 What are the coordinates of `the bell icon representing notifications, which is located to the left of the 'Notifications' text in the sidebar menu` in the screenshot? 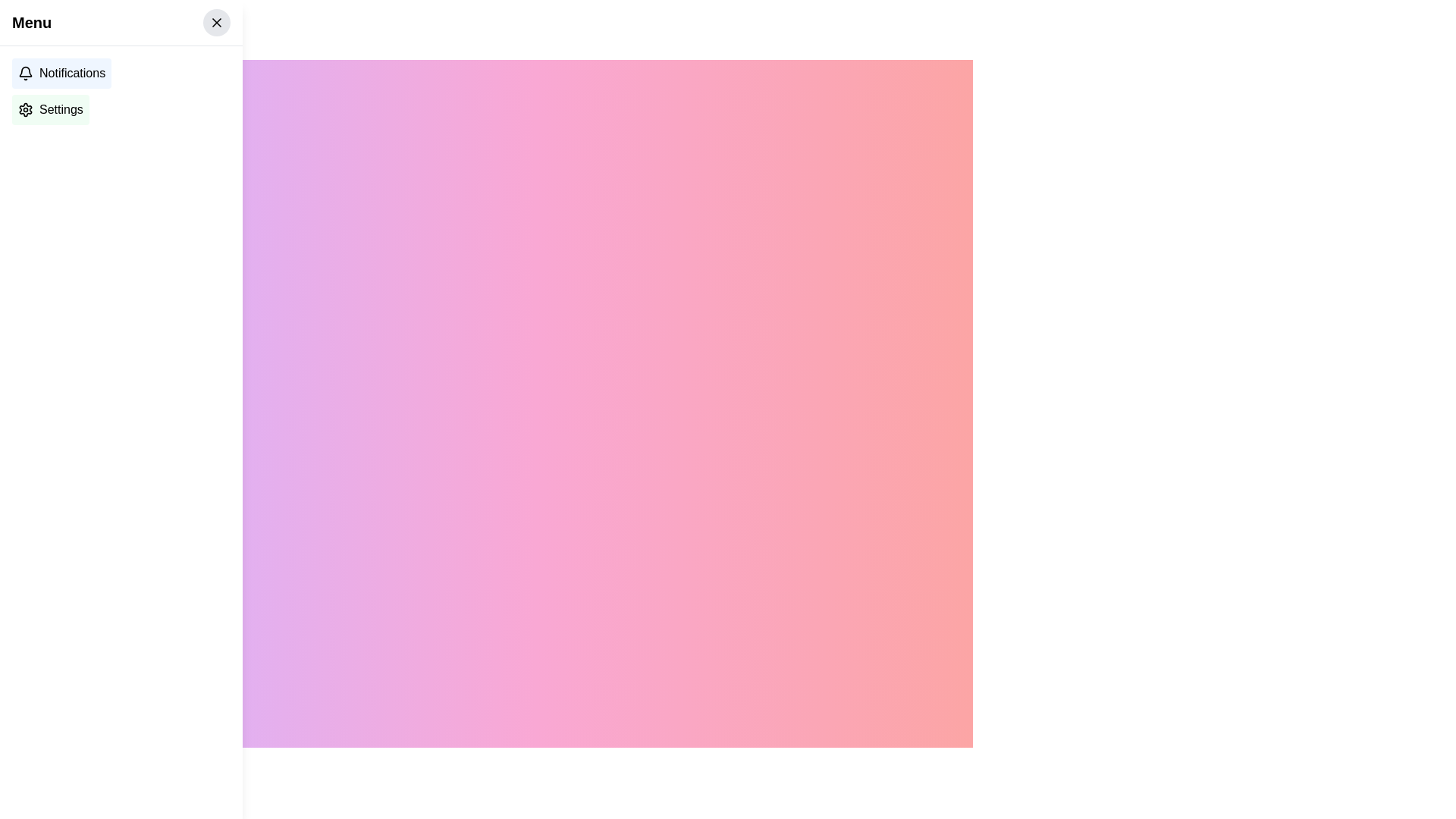 It's located at (25, 73).